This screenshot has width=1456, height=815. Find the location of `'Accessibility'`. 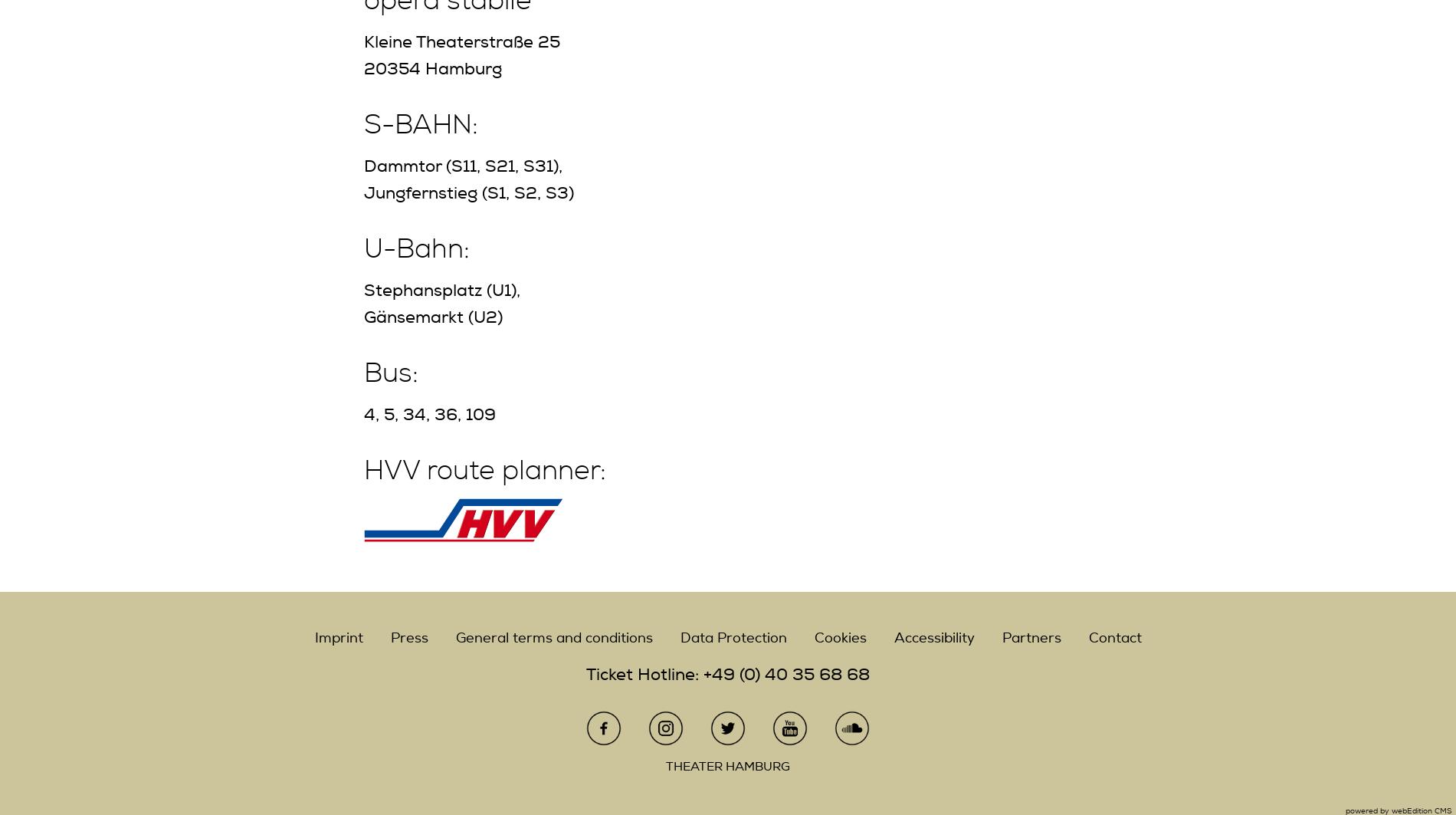

'Accessibility' is located at coordinates (933, 637).